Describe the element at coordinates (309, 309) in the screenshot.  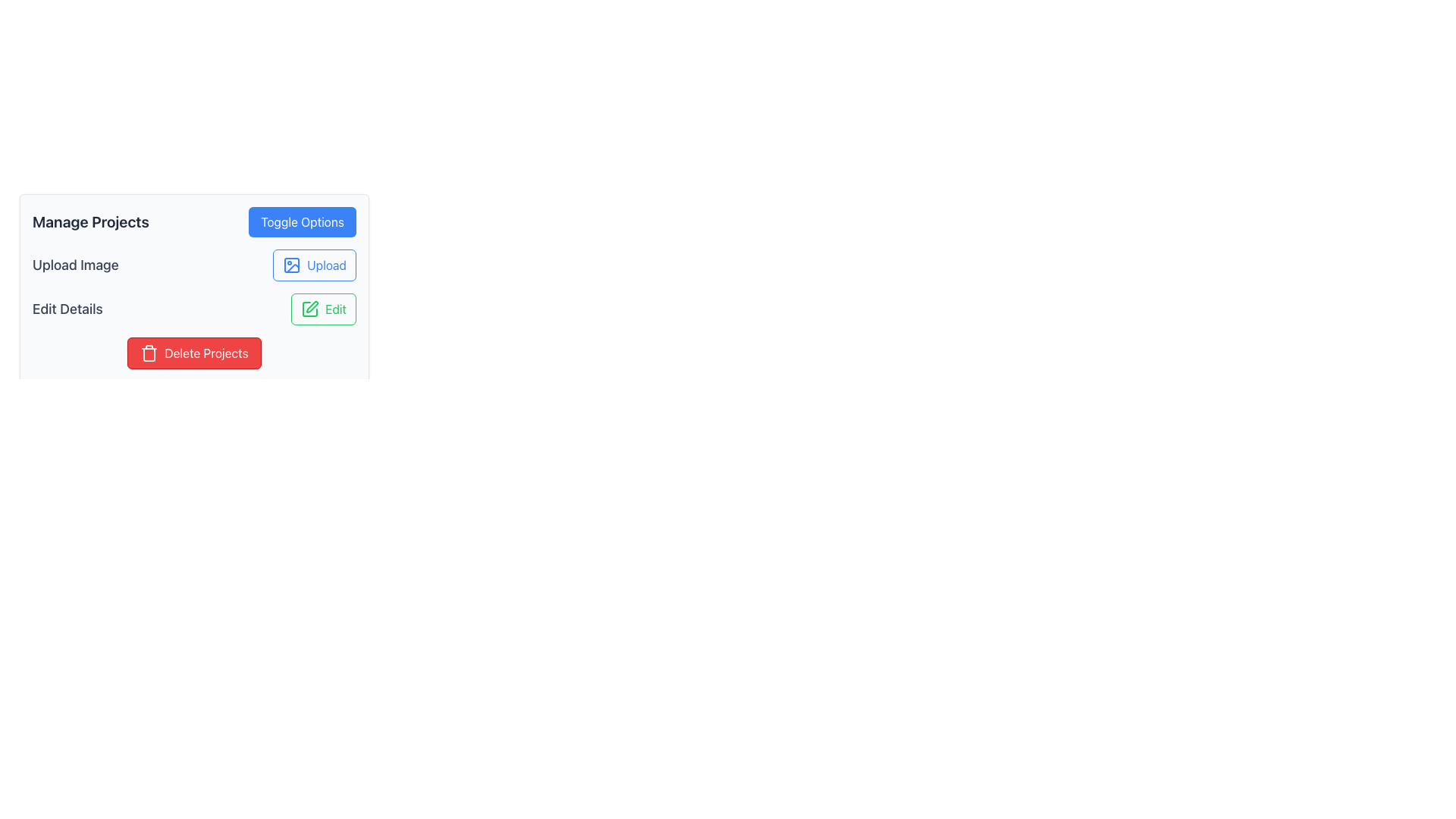
I see `the 'Edit' icon located in the 'Edit Details' section, which is positioned to the right of the 'Upload' button` at that location.